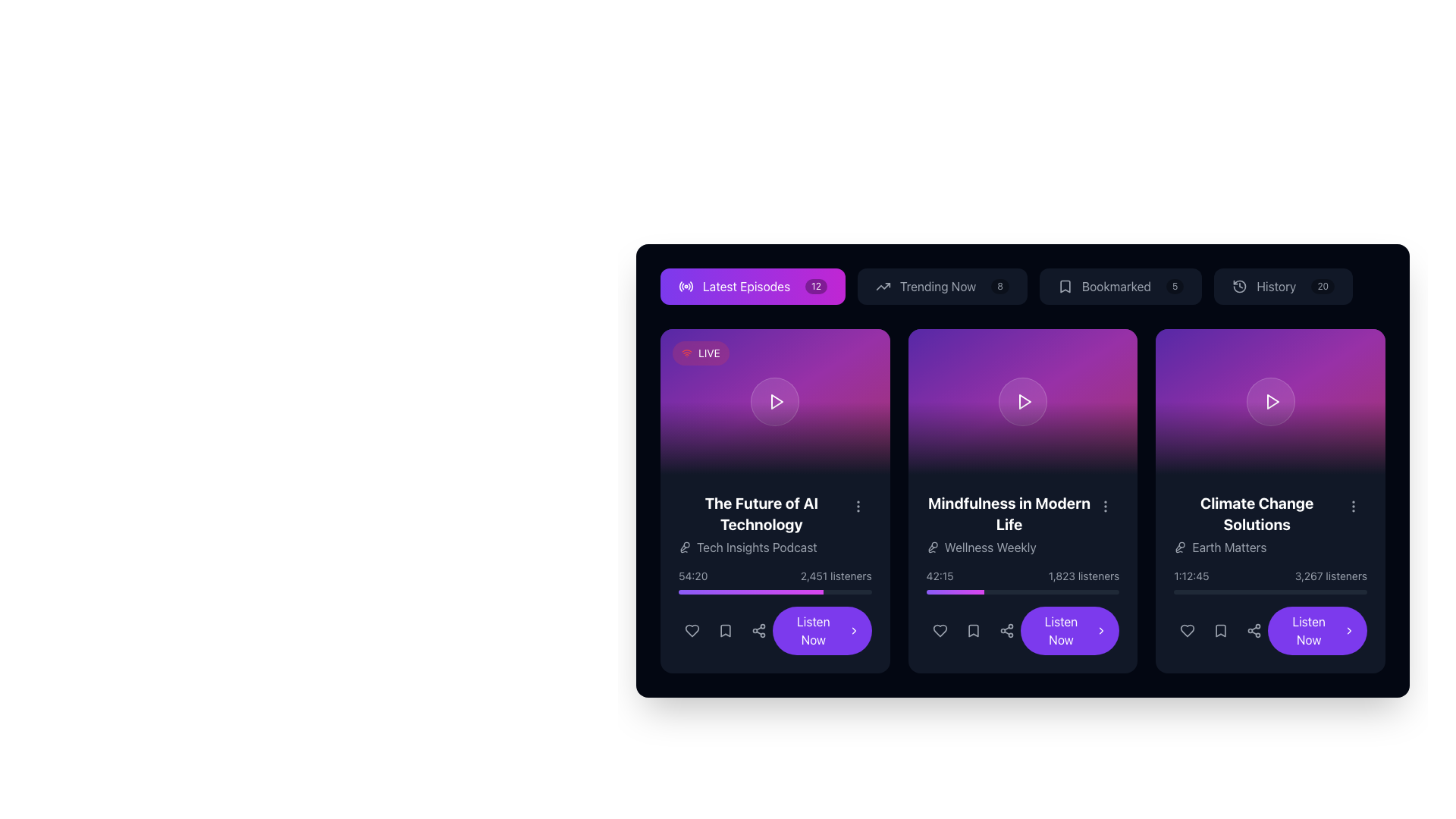 The image size is (1456, 819). I want to click on the text label displaying '2,451 listeners' located in the bottom-right corner of the first card, adjacent to the playback time '54:20', so click(835, 576).